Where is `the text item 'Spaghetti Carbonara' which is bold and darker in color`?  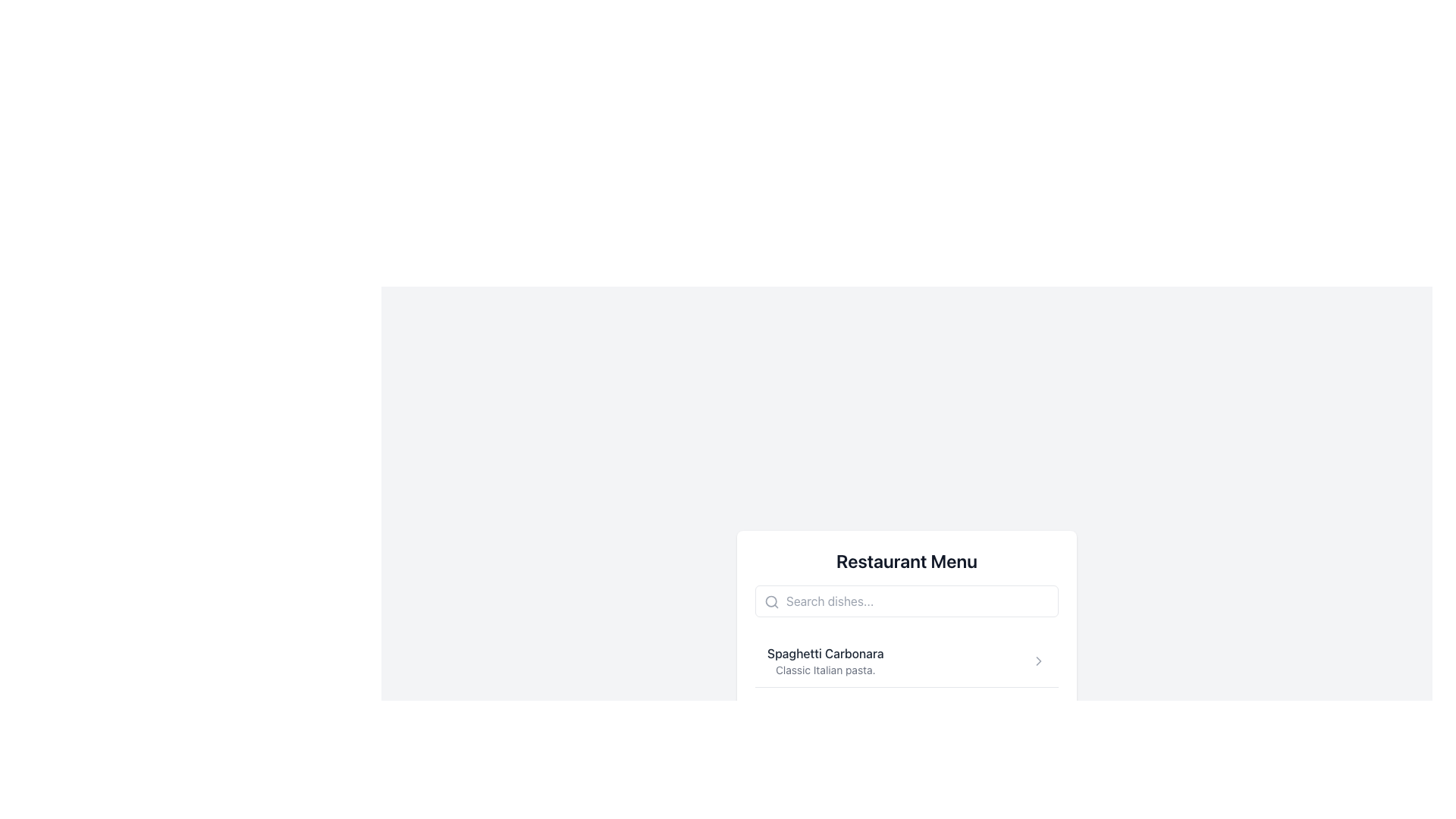 the text item 'Spaghetti Carbonara' which is bold and darker in color is located at coordinates (824, 660).